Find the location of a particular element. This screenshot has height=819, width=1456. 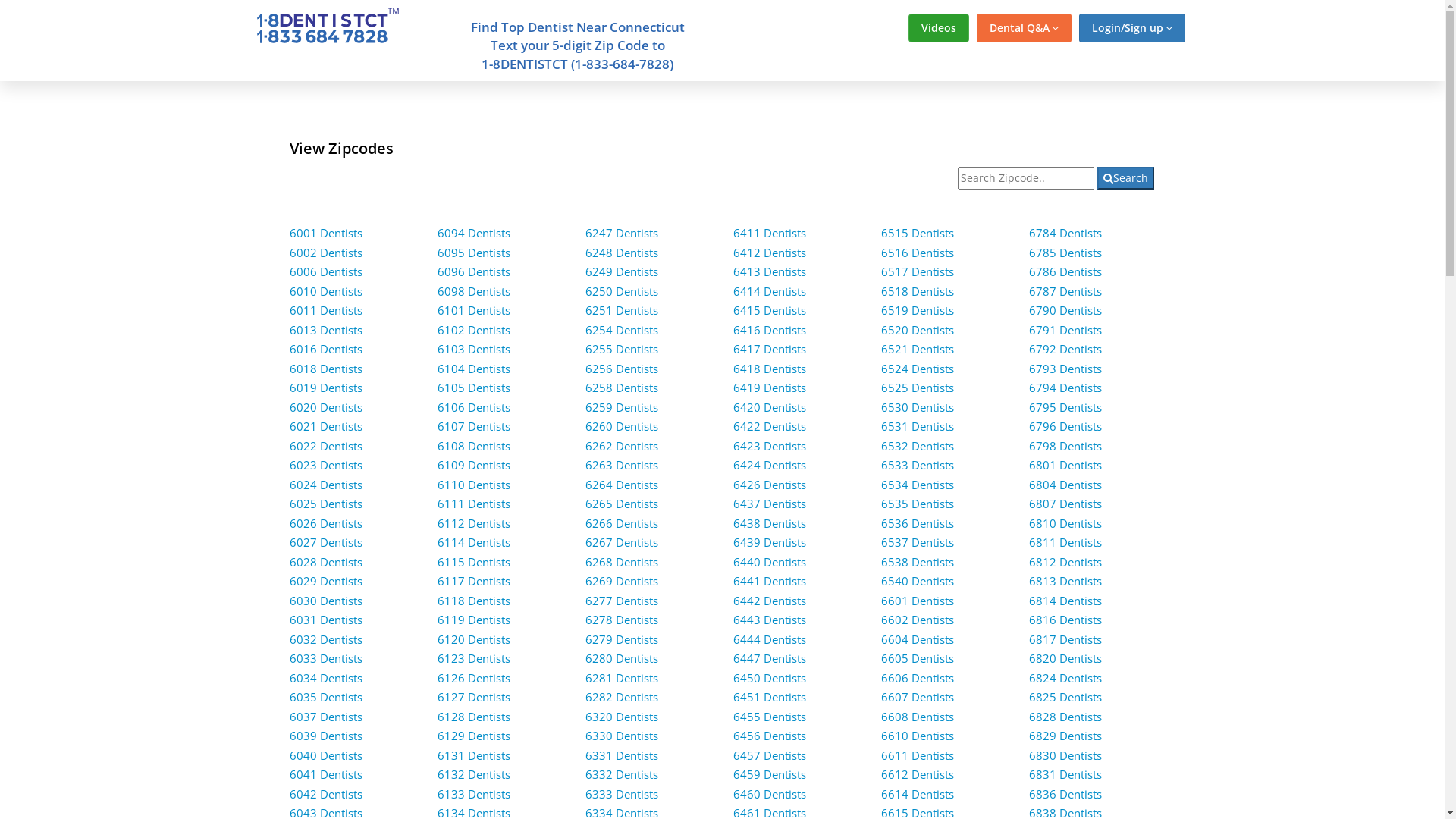

'6019 Dentists' is located at coordinates (325, 386).